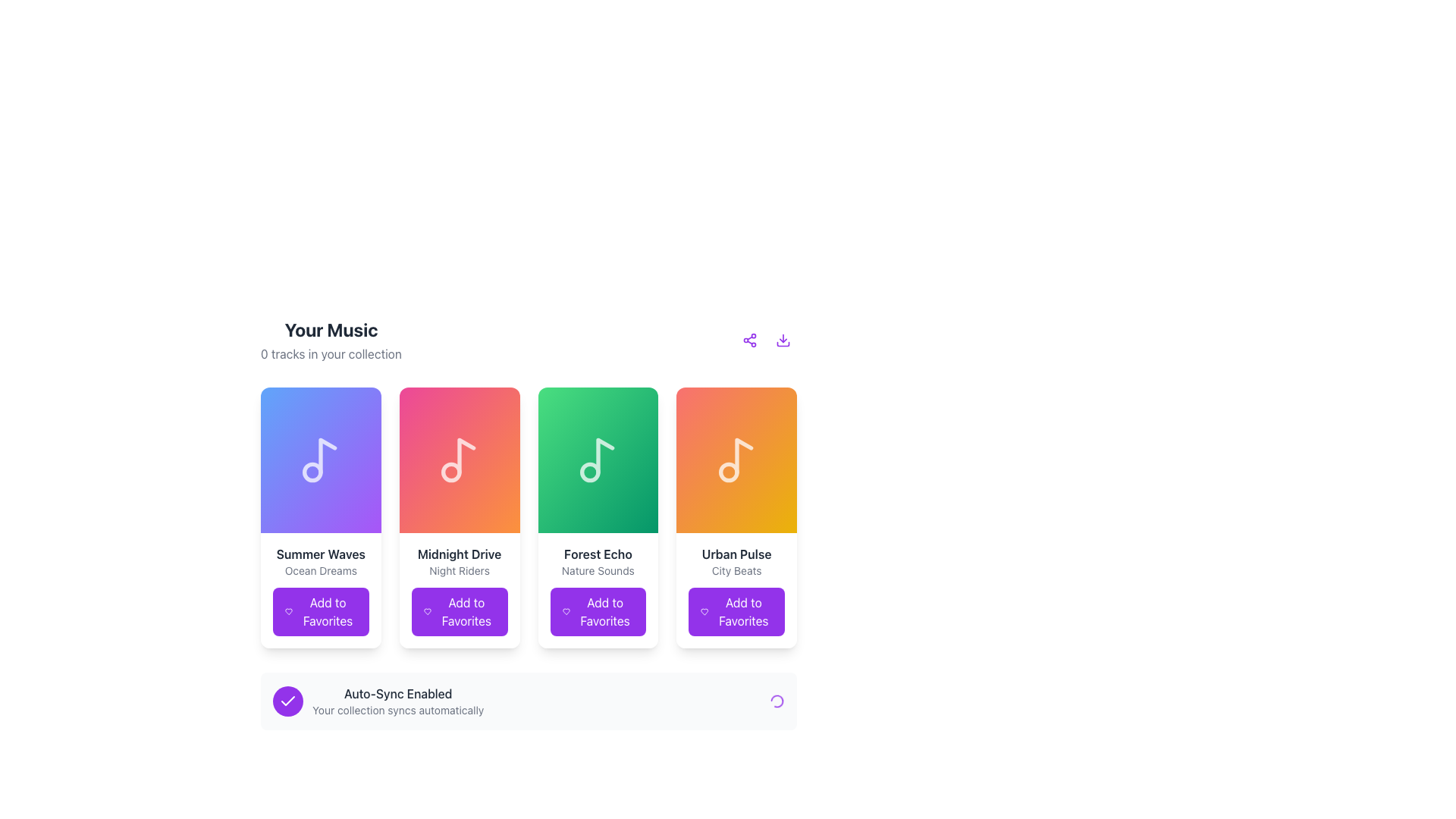  What do you see at coordinates (320, 570) in the screenshot?
I see `the static text element that provides additional information about 'Summer Waves', located below the title and above the 'Add to Favorites' button` at bounding box center [320, 570].